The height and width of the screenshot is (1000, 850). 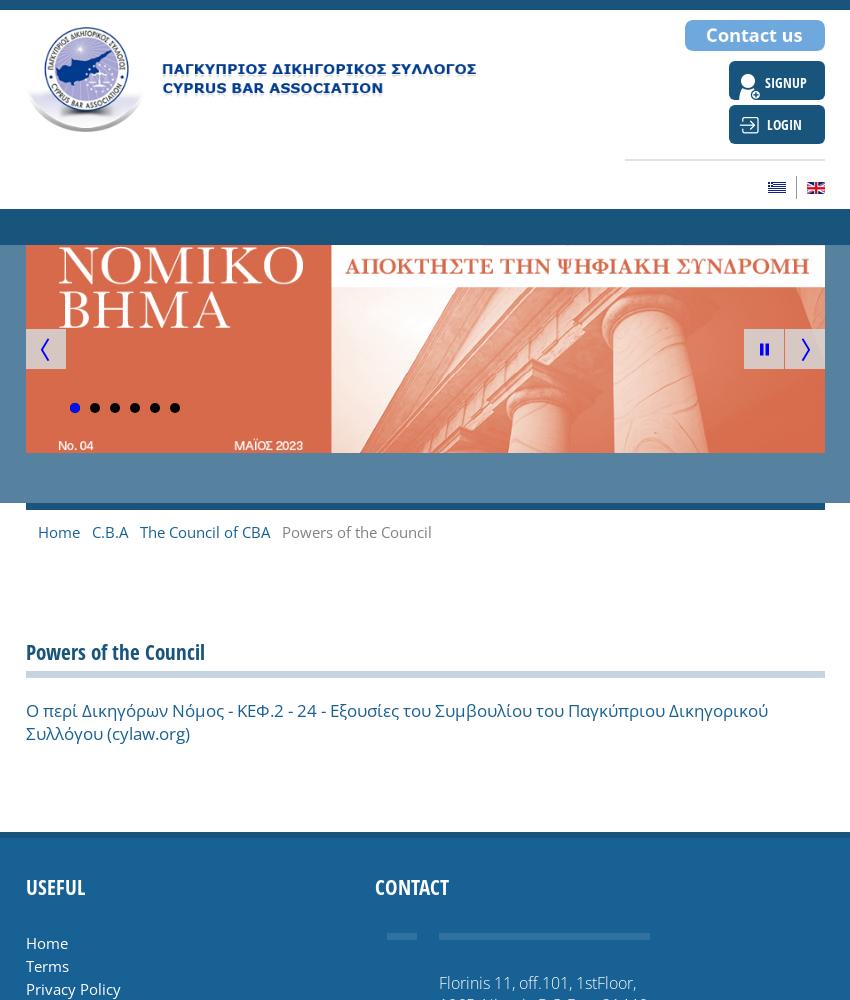 I want to click on 'Ο περί Δικηγόρων Νόμος - ΚΕΦ.2 - 24 - Εξoυσίες τoυ Συμβoυλίoυ τoυ Παγκύπριoυ Δικηγoρικoύ Συλλόγoυ (cylaw.org)', so click(x=396, y=721).